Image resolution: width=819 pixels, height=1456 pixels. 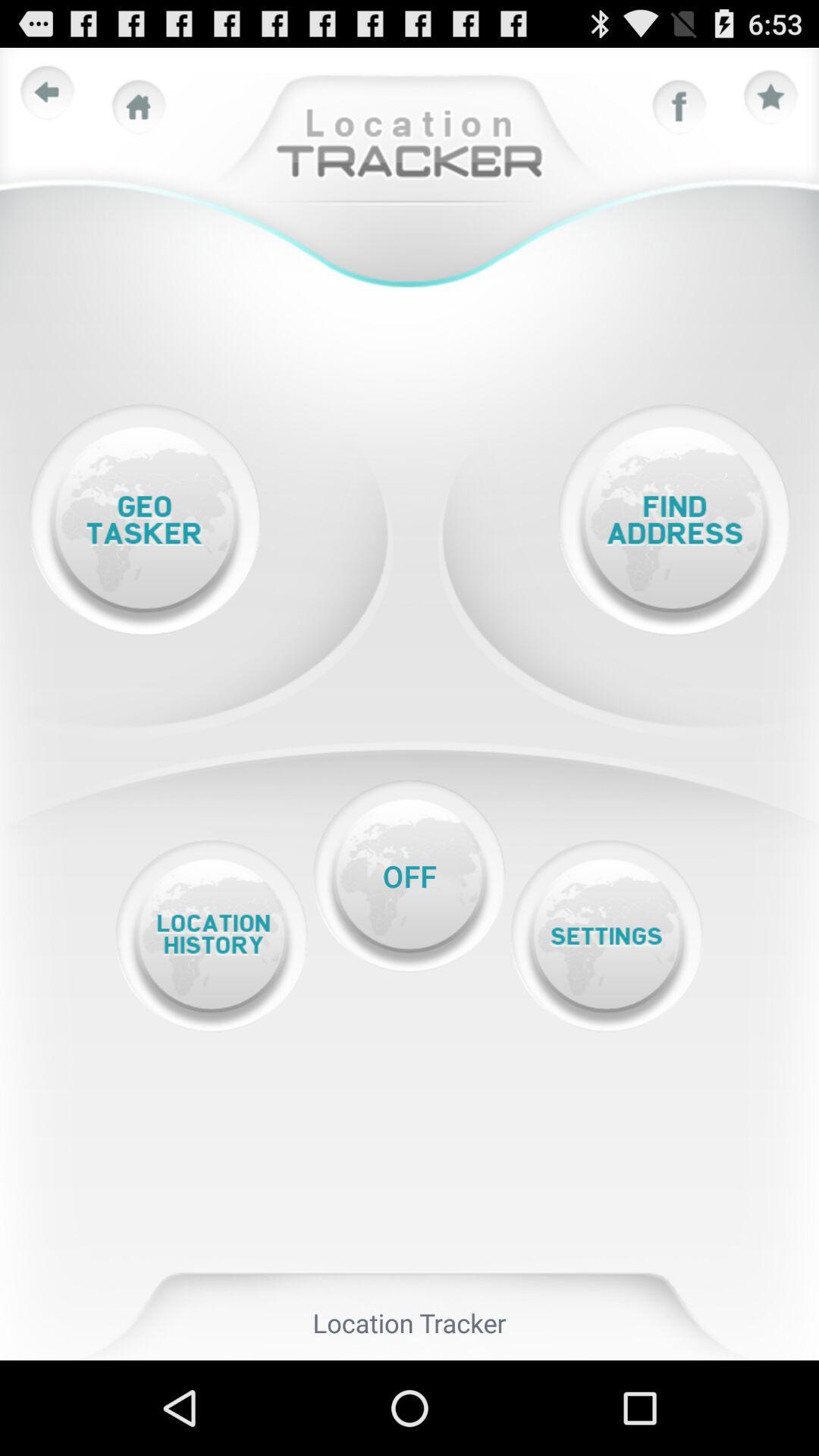 I want to click on share in facebook, so click(x=679, y=106).